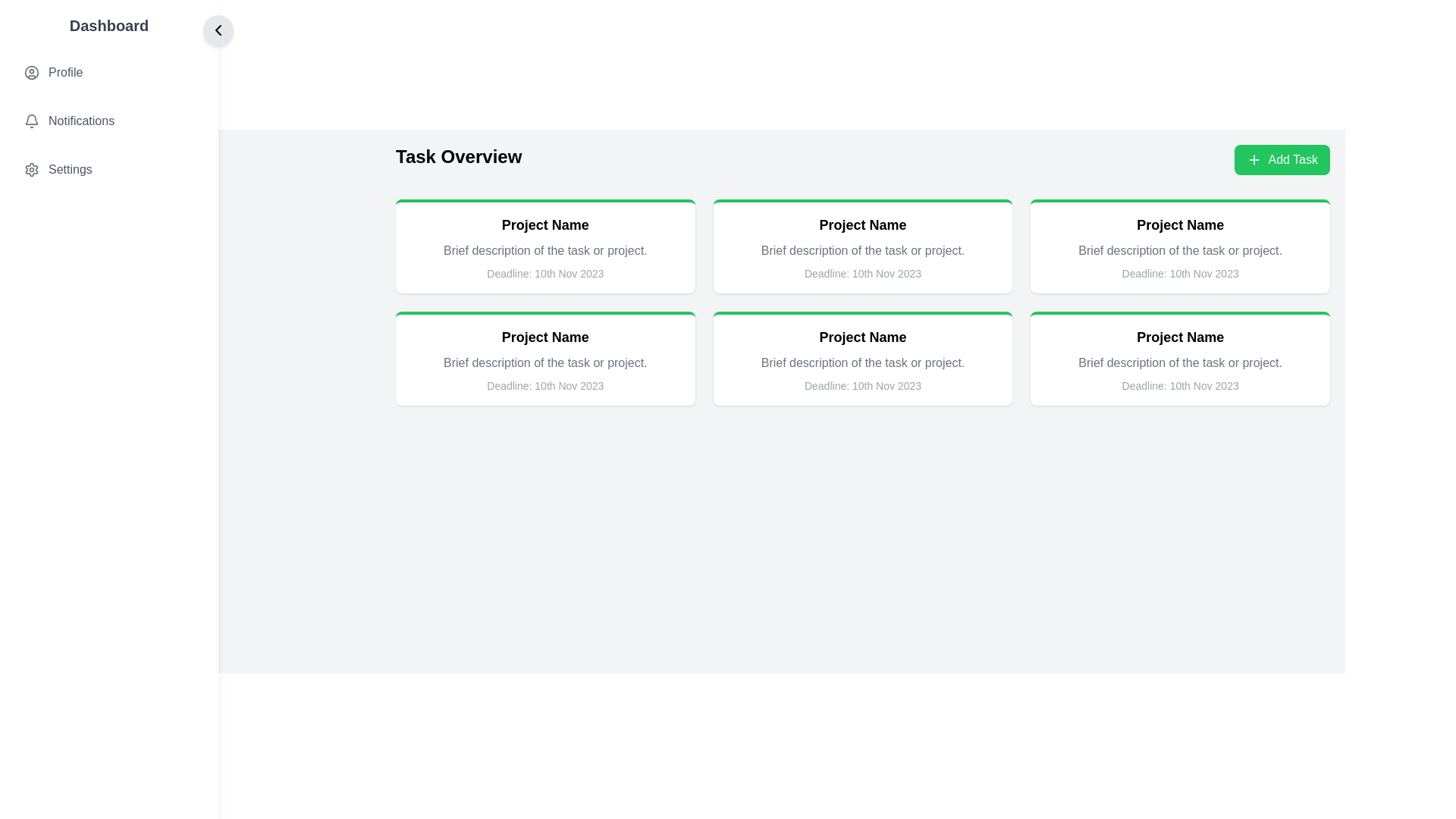  Describe the element at coordinates (862, 245) in the screenshot. I see `text content of the task or project summary card located in the top row and center column of the grid layout` at that location.